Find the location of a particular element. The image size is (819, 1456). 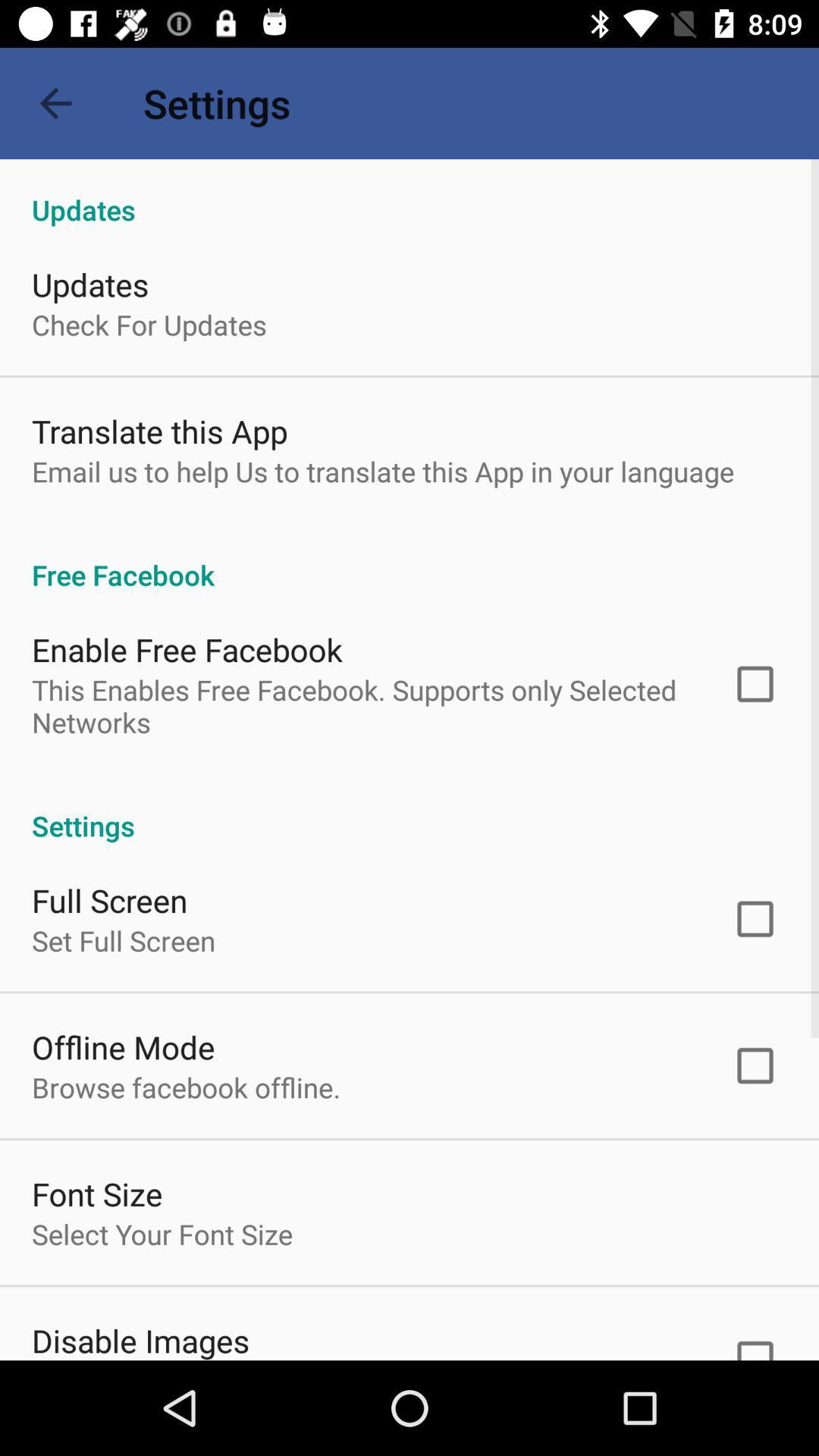

the item above the free facebook app is located at coordinates (382, 470).